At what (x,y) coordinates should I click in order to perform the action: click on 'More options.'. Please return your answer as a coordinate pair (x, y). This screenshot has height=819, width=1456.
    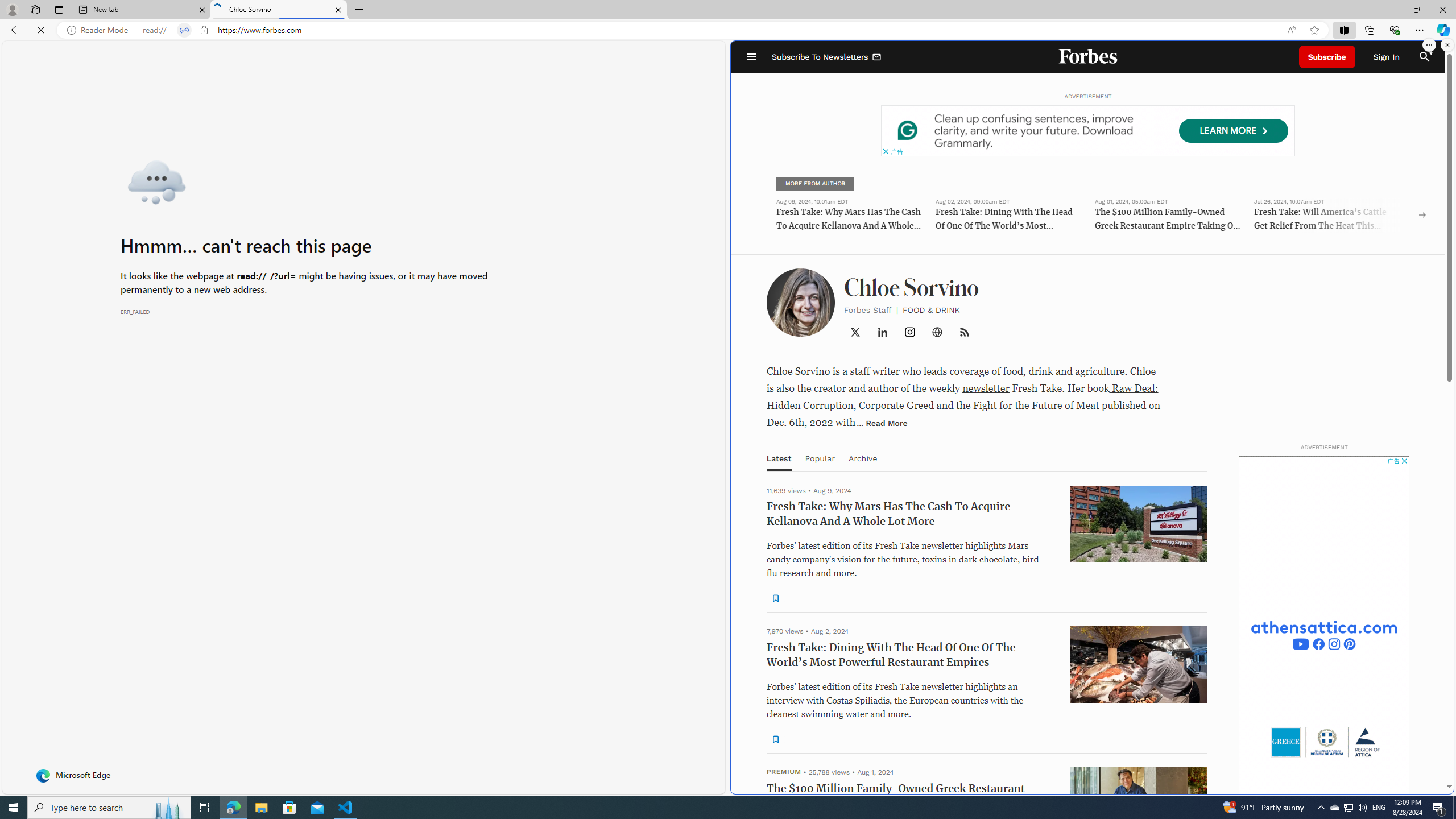
    Looking at the image, I should click on (1428, 44).